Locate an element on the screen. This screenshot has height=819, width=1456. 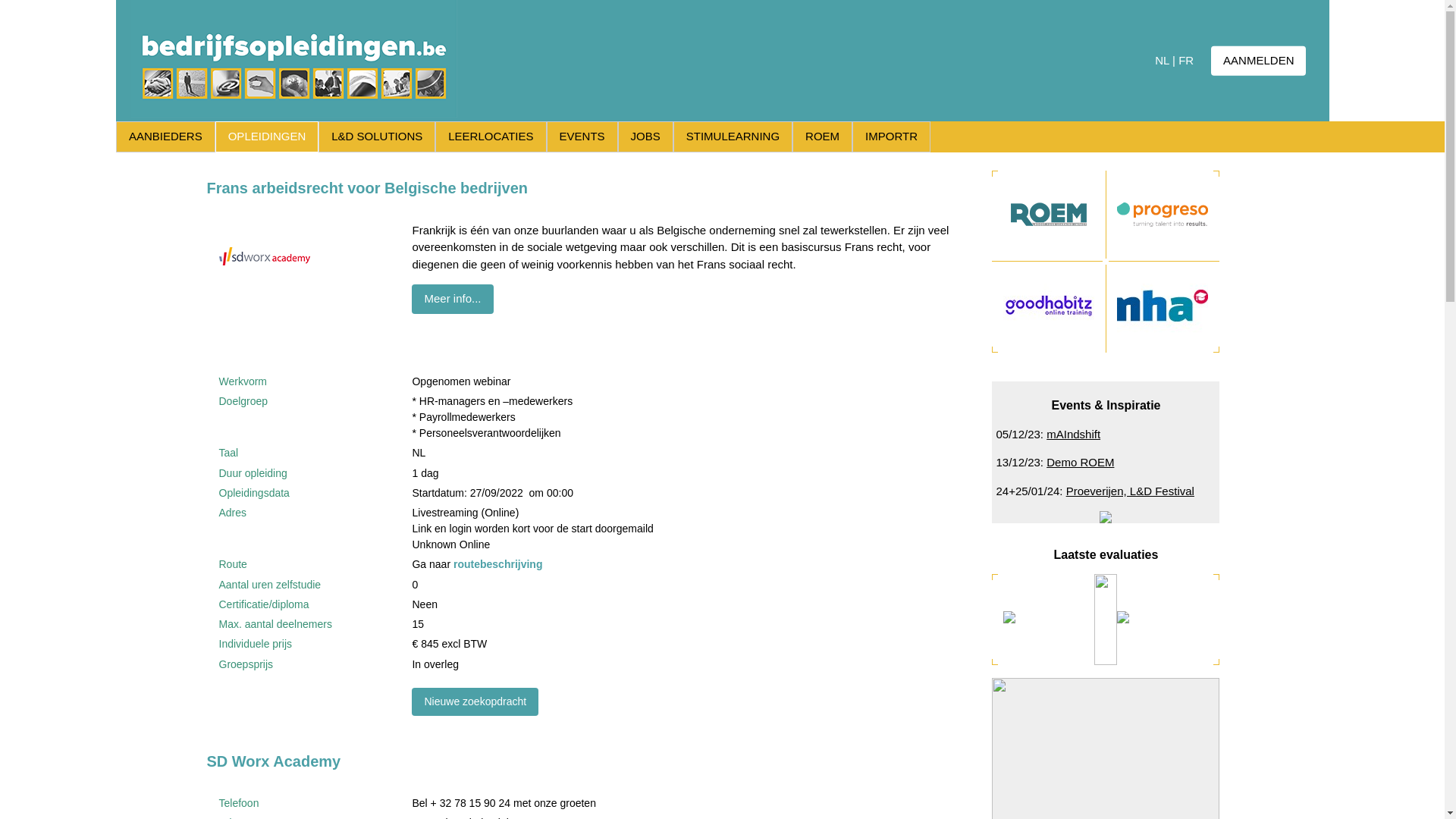
'JOBS' is located at coordinates (645, 136).